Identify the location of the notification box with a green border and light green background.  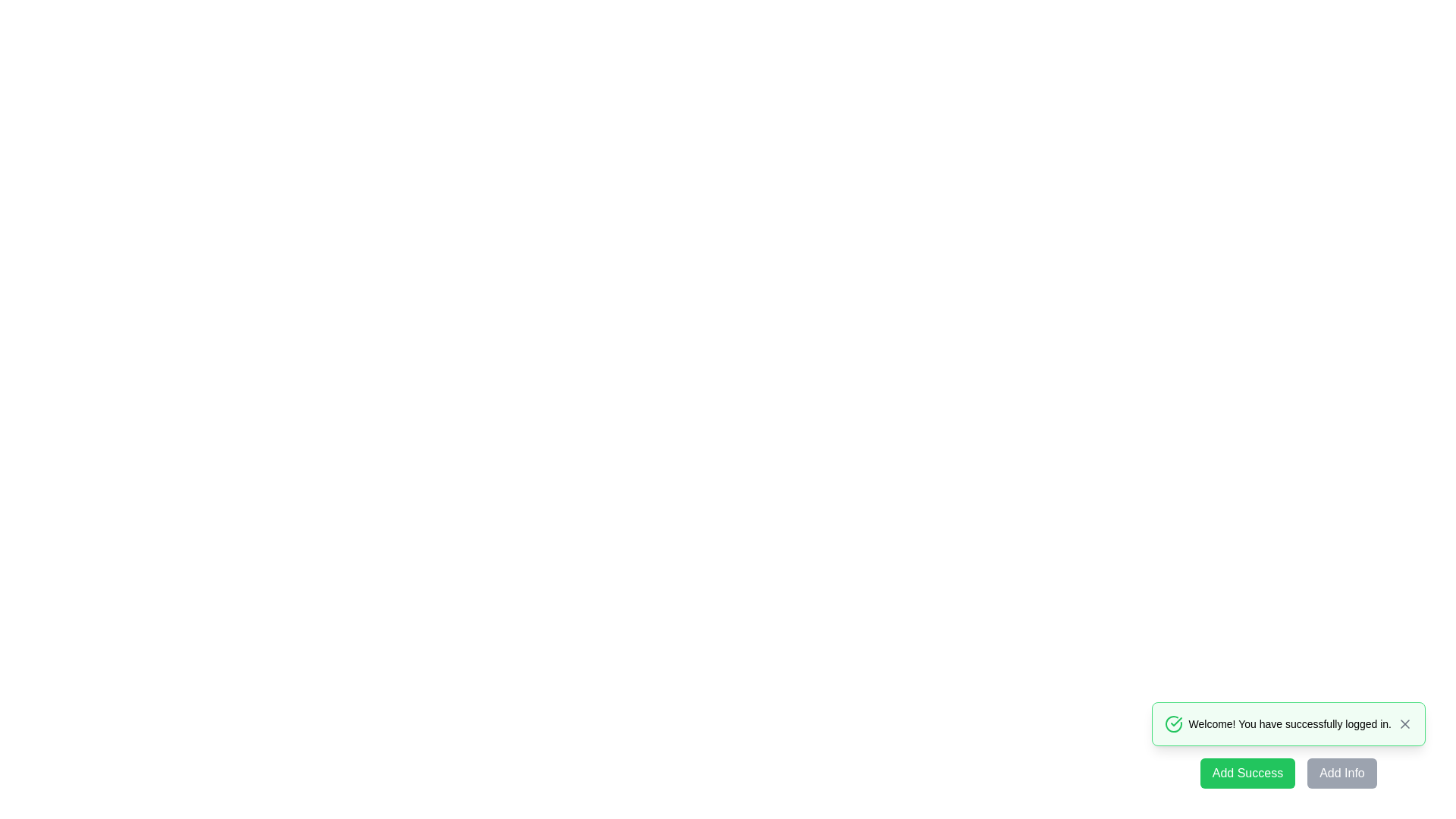
(1288, 745).